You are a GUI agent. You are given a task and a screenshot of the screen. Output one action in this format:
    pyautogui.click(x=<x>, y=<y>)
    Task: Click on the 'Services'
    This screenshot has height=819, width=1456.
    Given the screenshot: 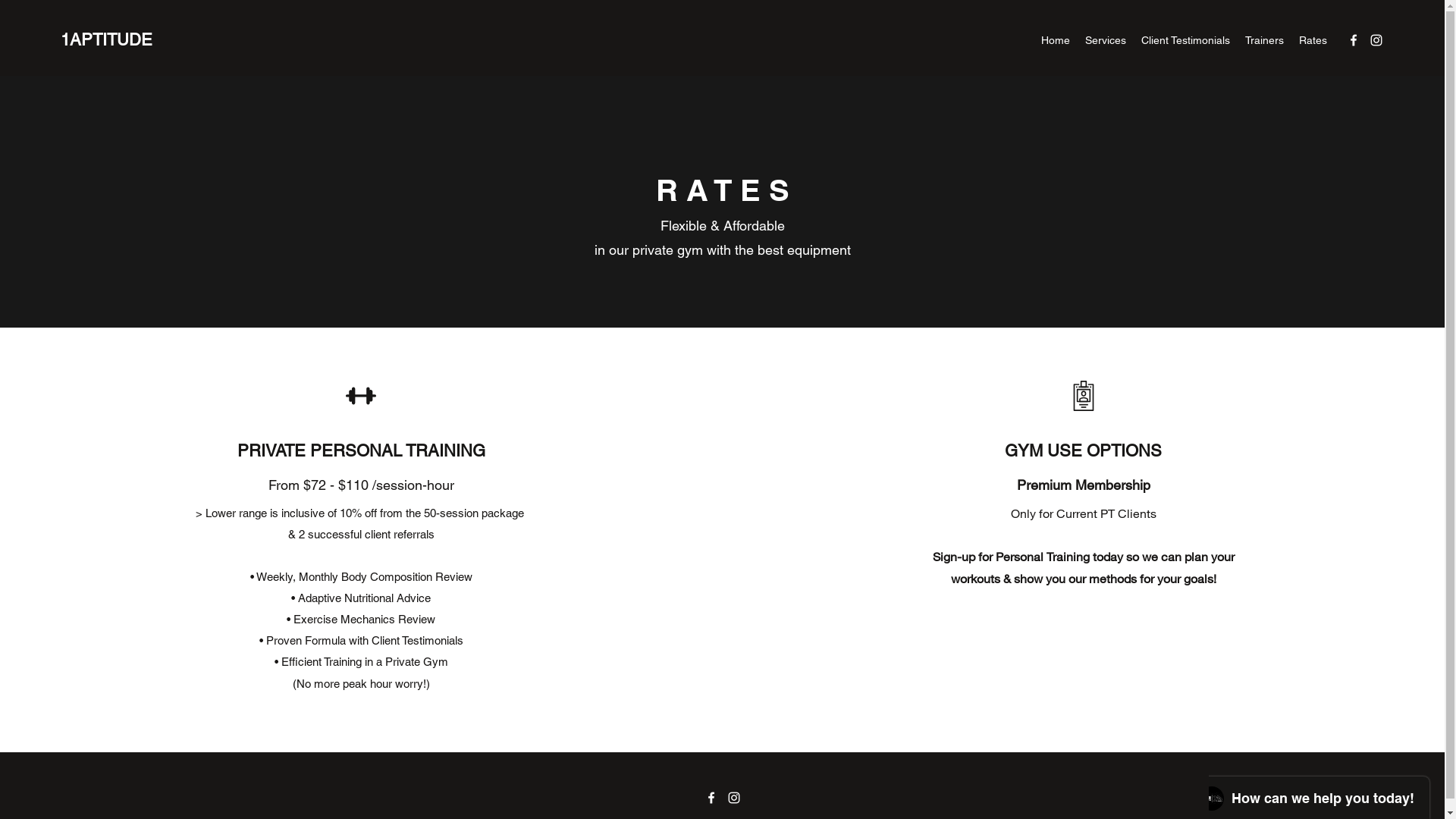 What is the action you would take?
    pyautogui.click(x=1106, y=39)
    